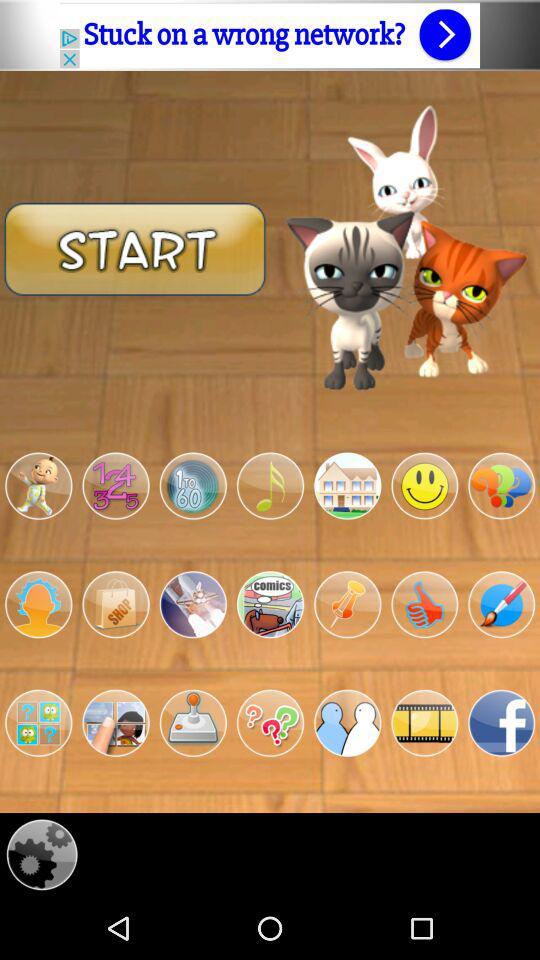 The height and width of the screenshot is (960, 540). I want to click on advertisers website, so click(270, 34).